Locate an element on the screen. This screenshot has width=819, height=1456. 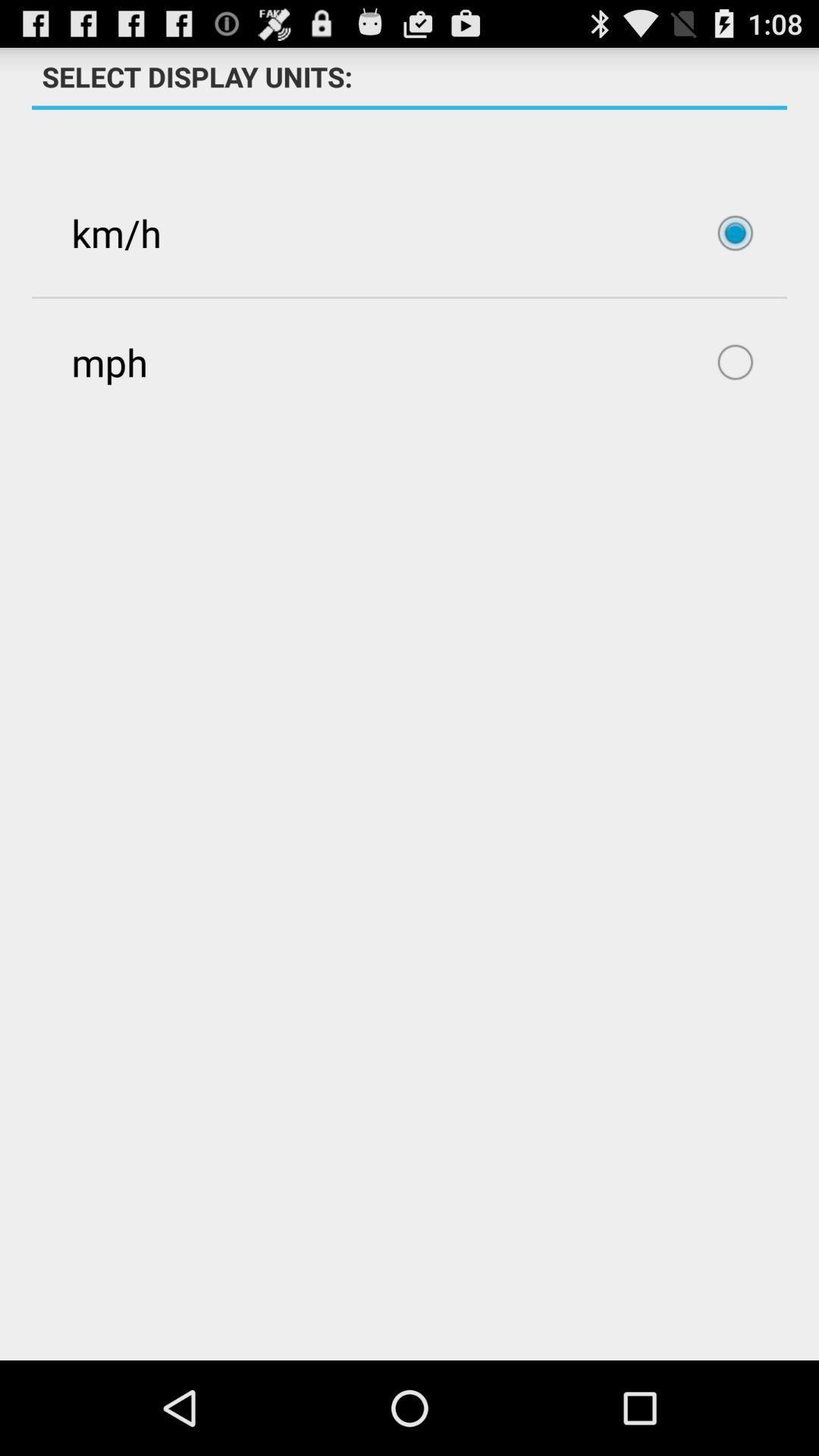
the km/h item is located at coordinates (409, 232).